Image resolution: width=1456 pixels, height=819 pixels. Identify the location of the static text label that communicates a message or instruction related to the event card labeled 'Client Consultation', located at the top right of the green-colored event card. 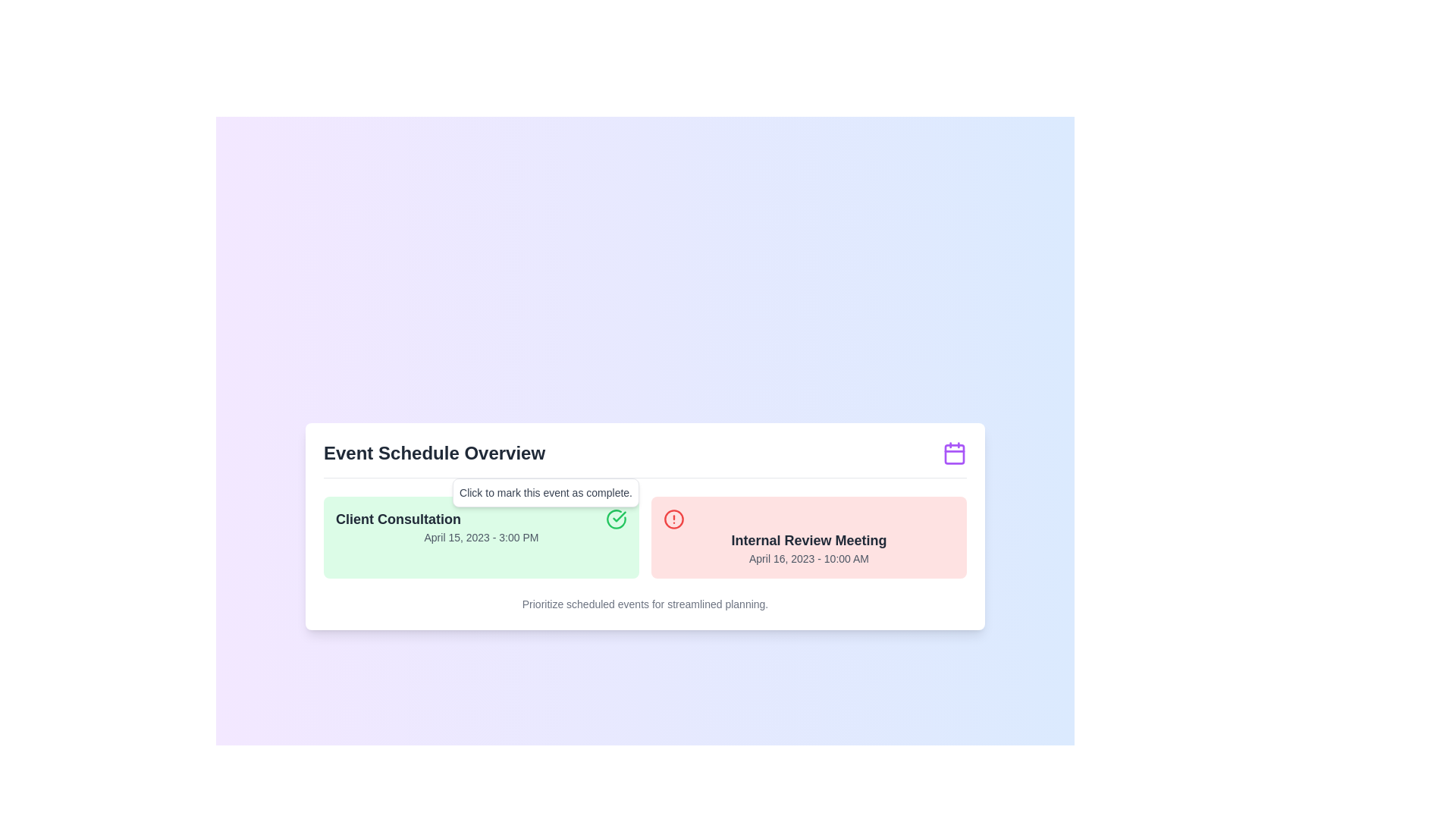
(546, 492).